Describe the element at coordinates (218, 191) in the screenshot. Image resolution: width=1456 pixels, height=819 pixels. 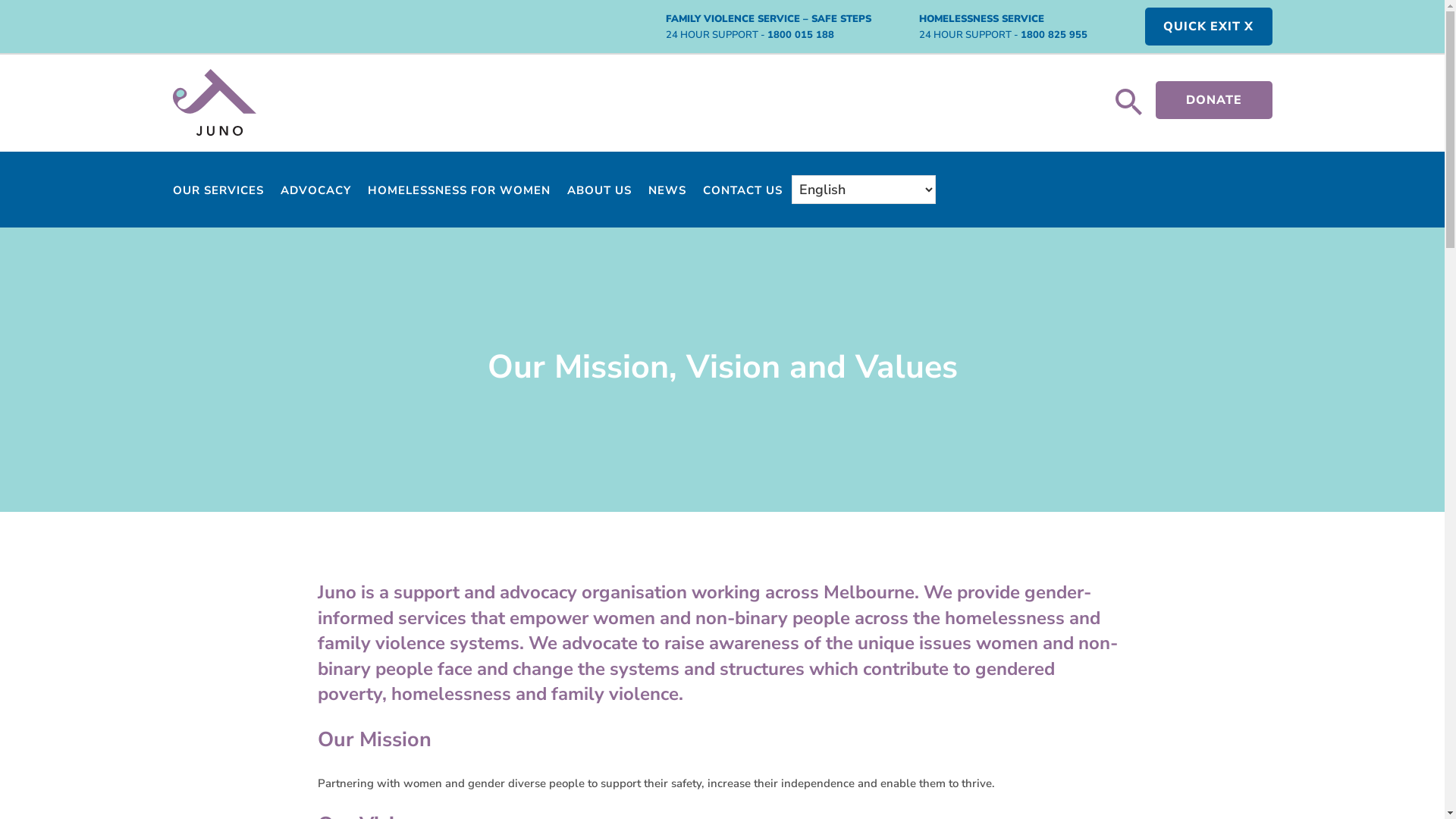
I see `'OUR SERVICES'` at that location.